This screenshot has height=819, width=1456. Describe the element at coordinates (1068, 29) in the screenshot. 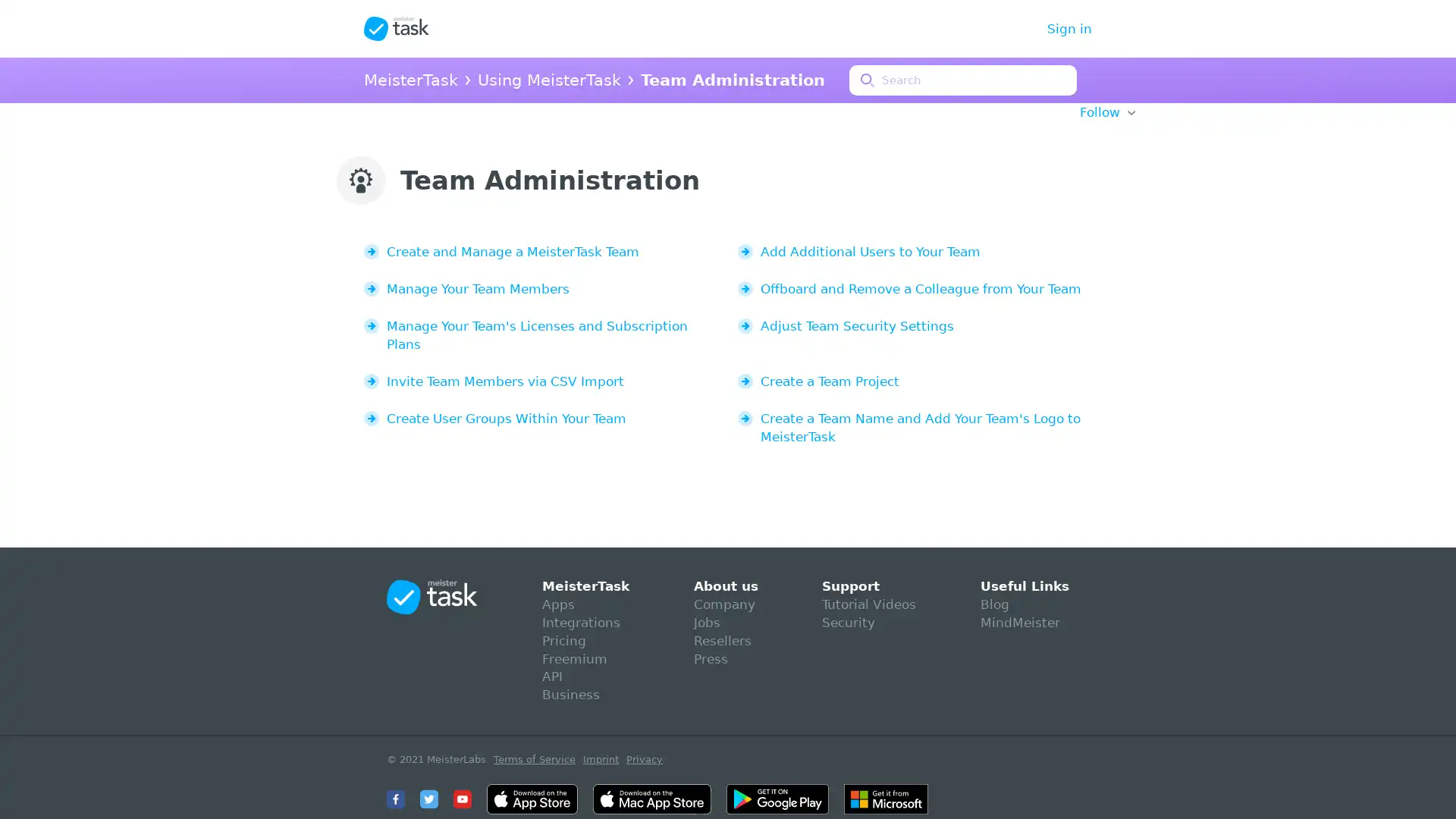

I see `Sign in` at that location.